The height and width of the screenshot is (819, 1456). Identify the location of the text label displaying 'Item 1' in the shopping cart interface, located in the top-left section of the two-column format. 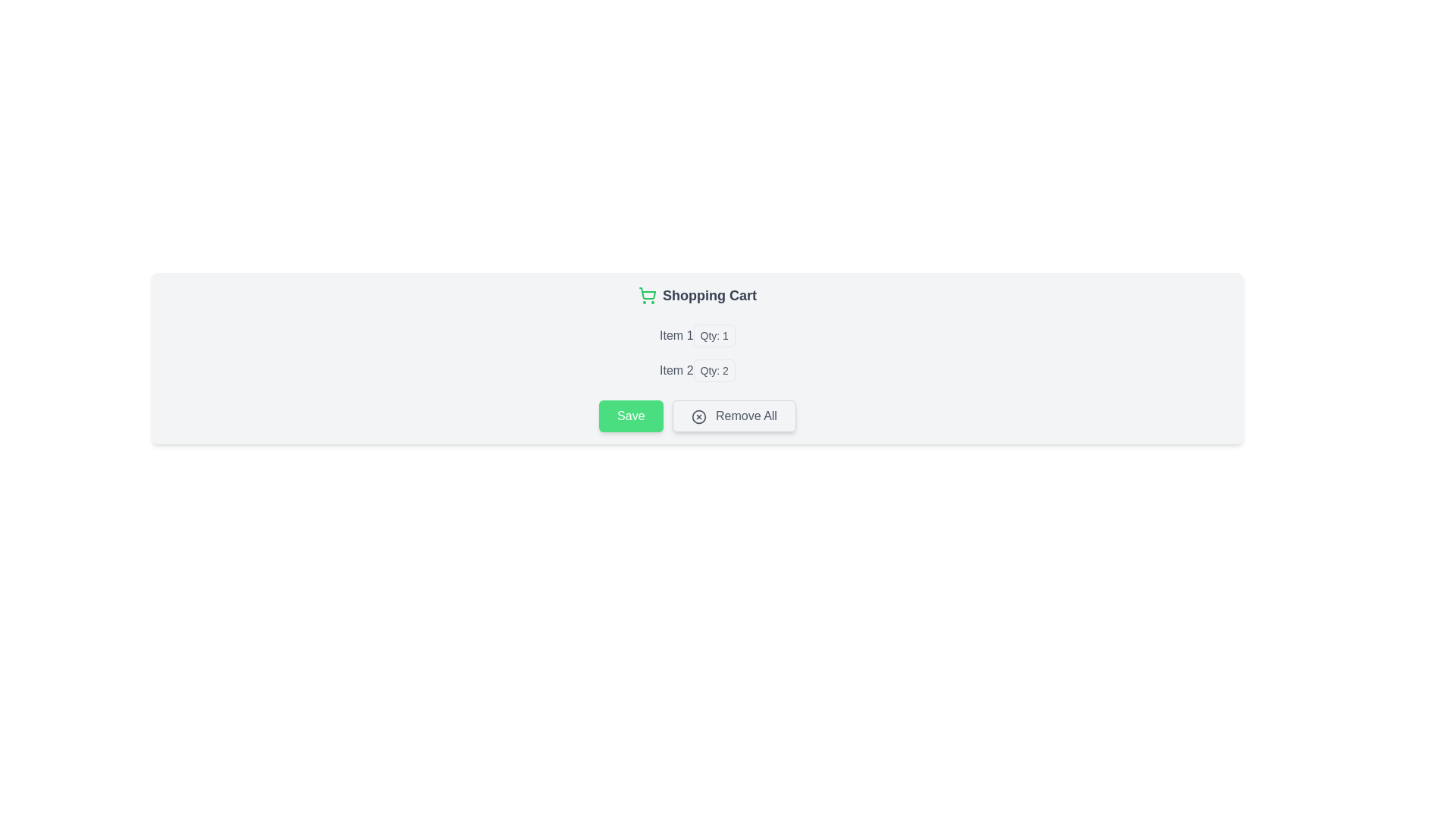
(676, 335).